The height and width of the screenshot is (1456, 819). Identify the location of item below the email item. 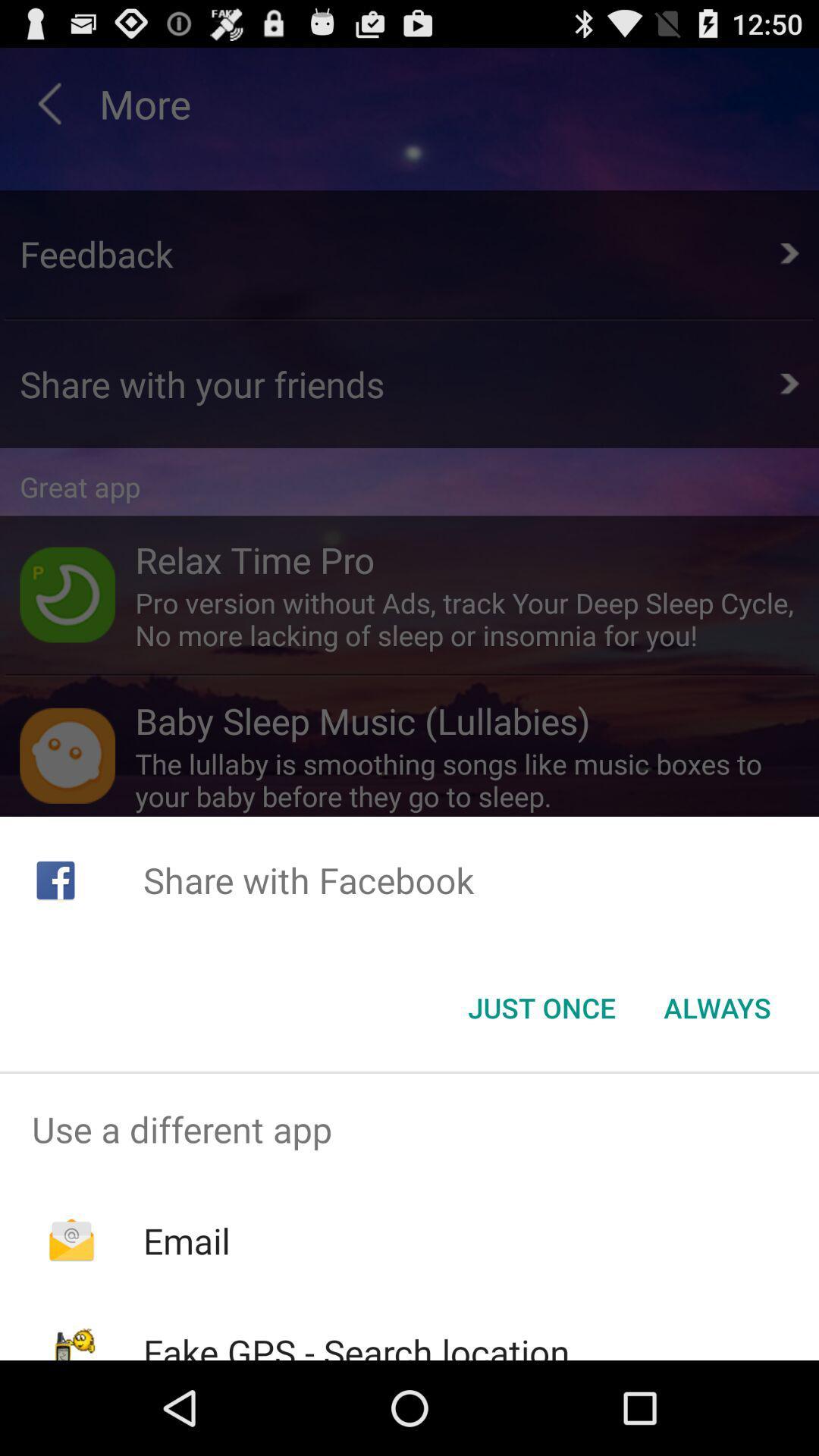
(356, 1344).